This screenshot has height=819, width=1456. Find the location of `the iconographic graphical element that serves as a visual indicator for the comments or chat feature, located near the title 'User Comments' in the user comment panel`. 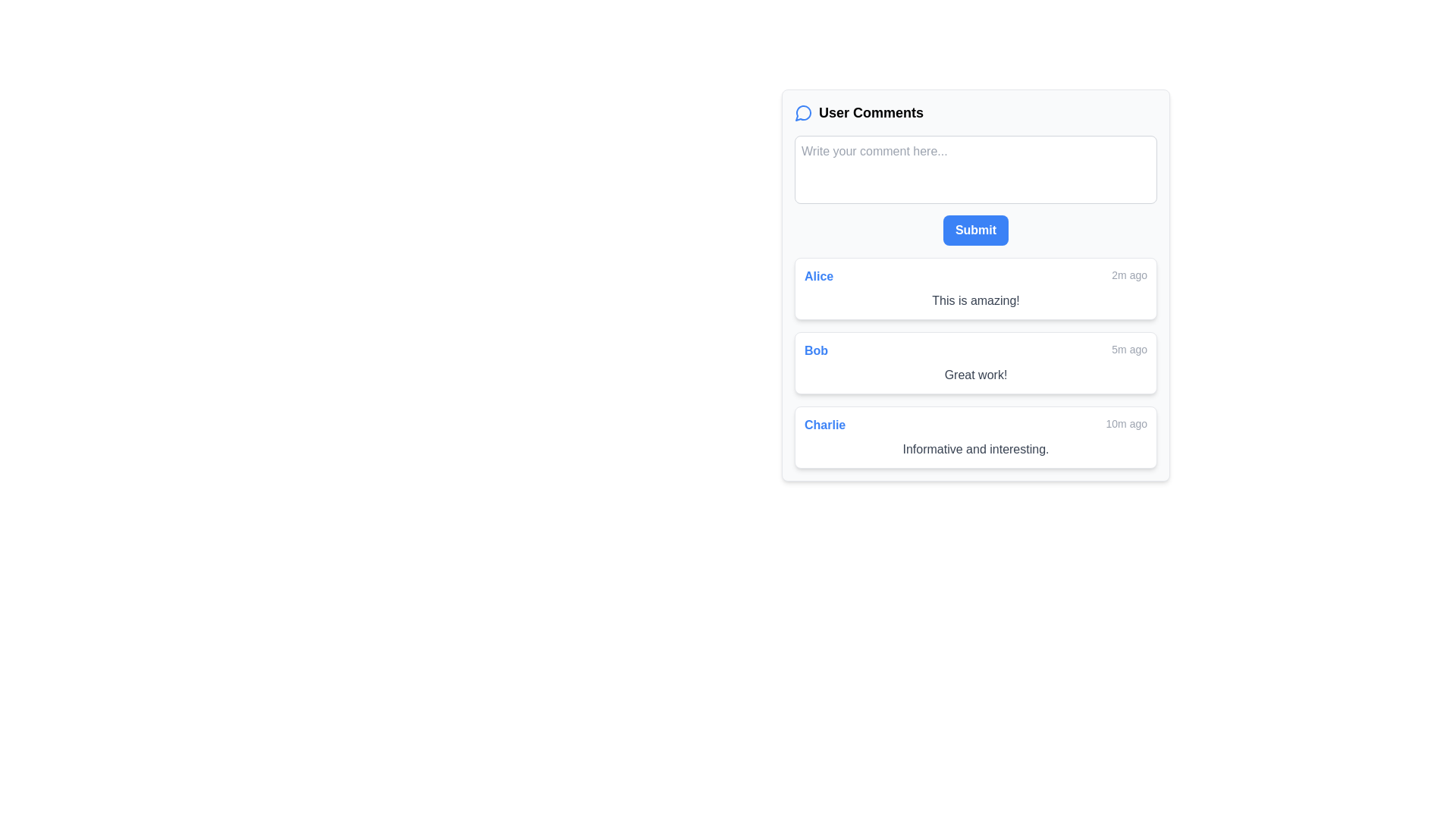

the iconographic graphical element that serves as a visual indicator for the comments or chat feature, located near the title 'User Comments' in the user comment panel is located at coordinates (802, 112).